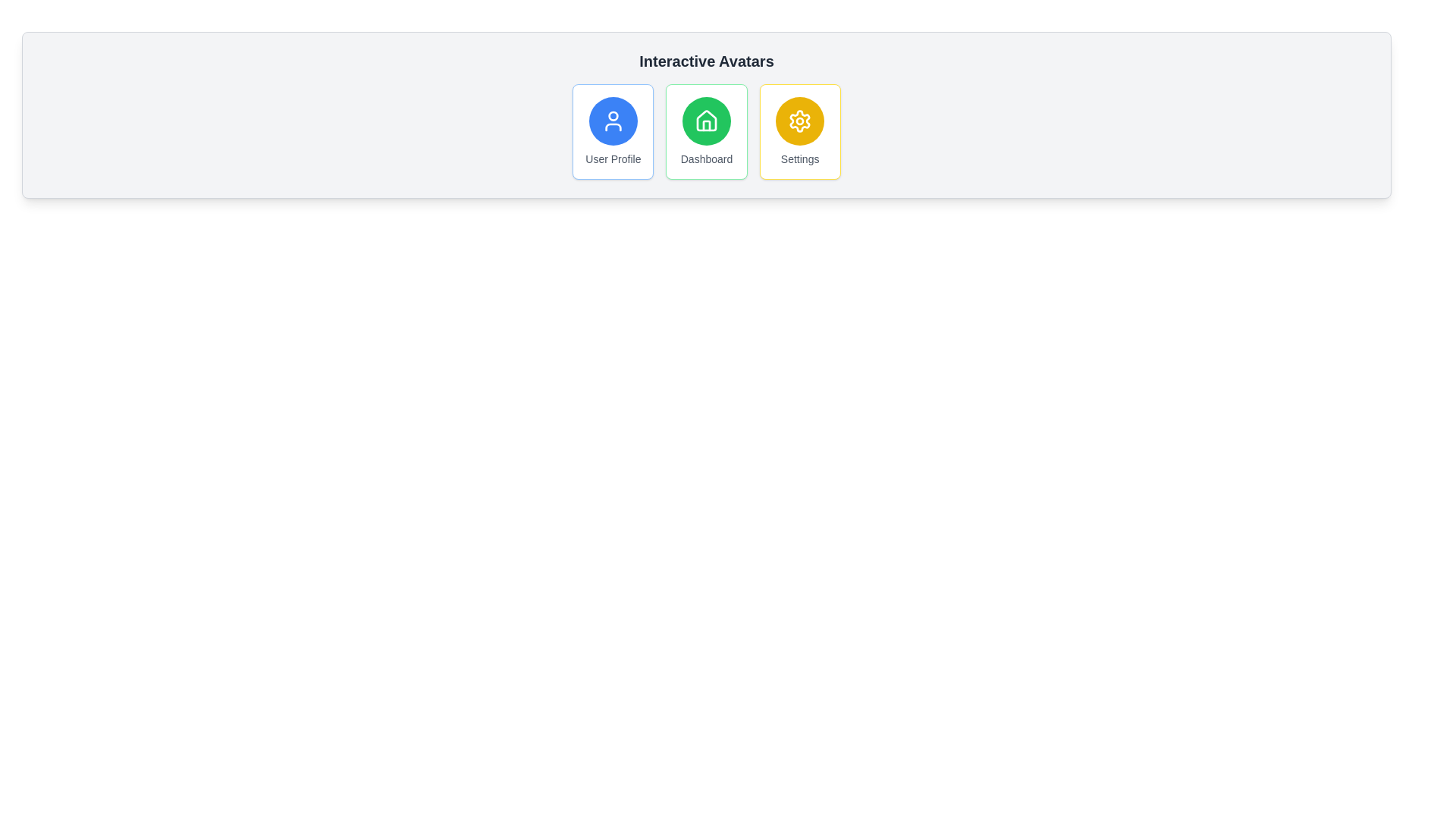  Describe the element at coordinates (613, 120) in the screenshot. I see `the user avatar icon displayed with a blue background and white outline, located in the leftmost card under the 'Interactive Avatars' section` at that location.